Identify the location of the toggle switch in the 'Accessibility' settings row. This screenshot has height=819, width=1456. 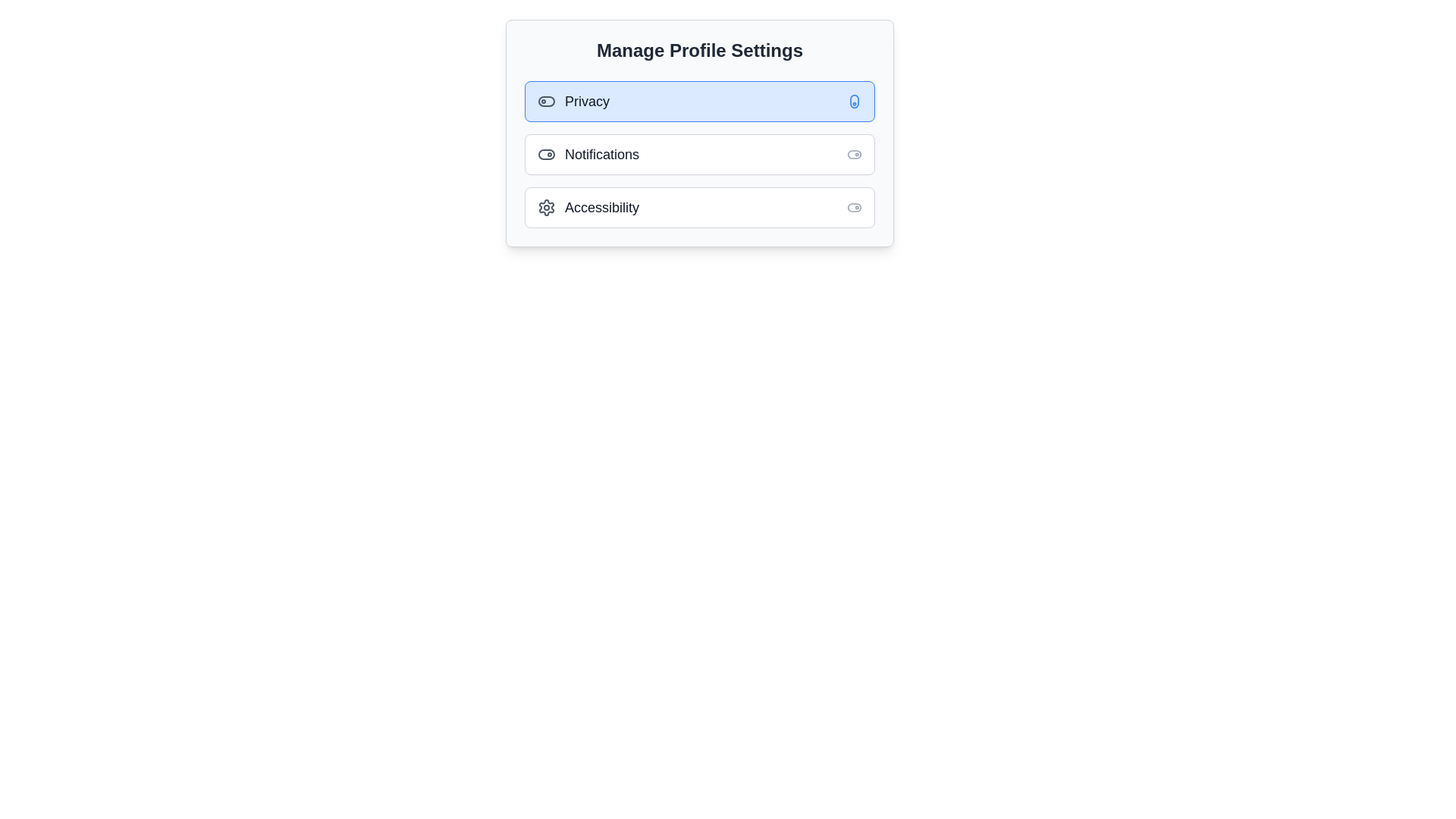
(855, 207).